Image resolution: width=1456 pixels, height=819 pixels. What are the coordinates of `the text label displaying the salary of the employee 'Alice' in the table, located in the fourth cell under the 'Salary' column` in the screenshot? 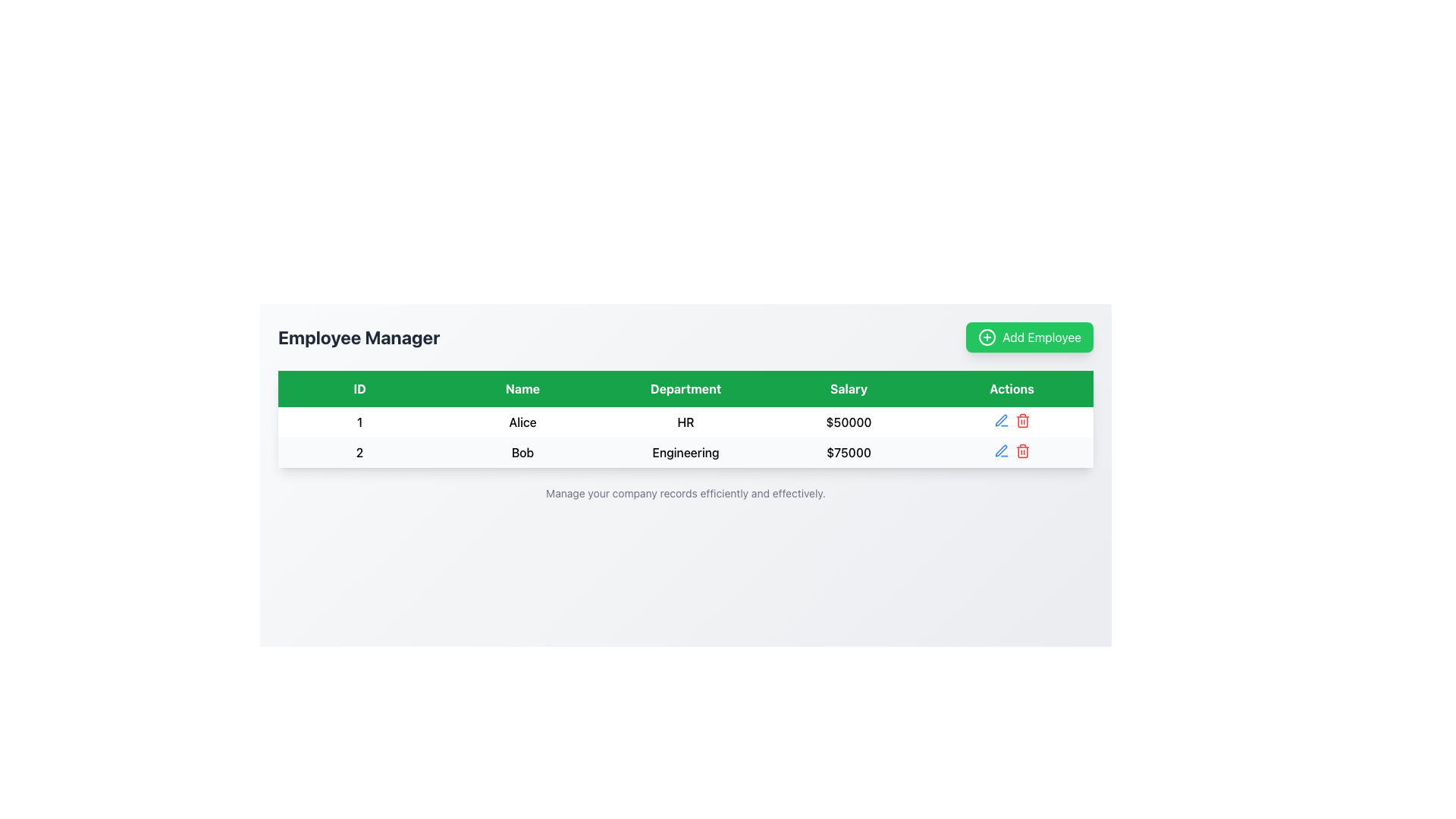 It's located at (848, 422).